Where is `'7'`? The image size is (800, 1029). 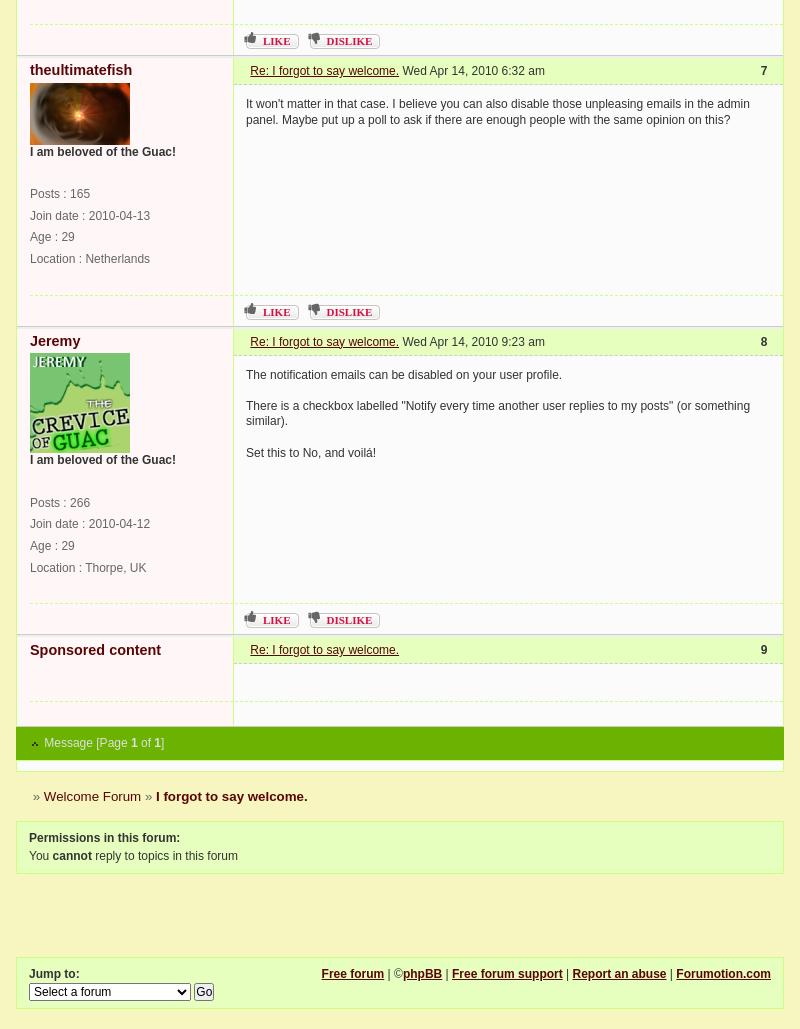
'7' is located at coordinates (763, 71).